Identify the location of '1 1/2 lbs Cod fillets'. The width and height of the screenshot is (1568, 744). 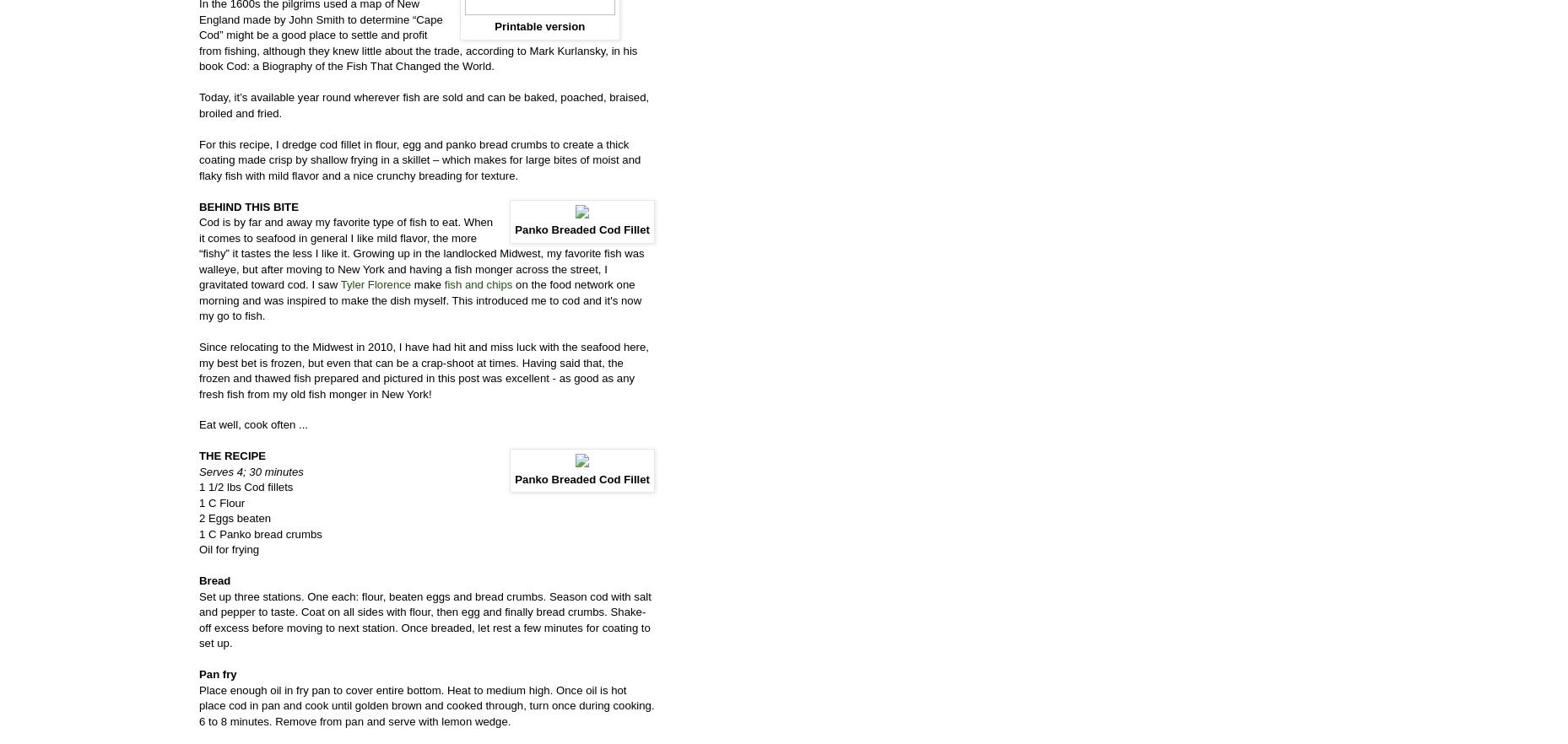
(197, 487).